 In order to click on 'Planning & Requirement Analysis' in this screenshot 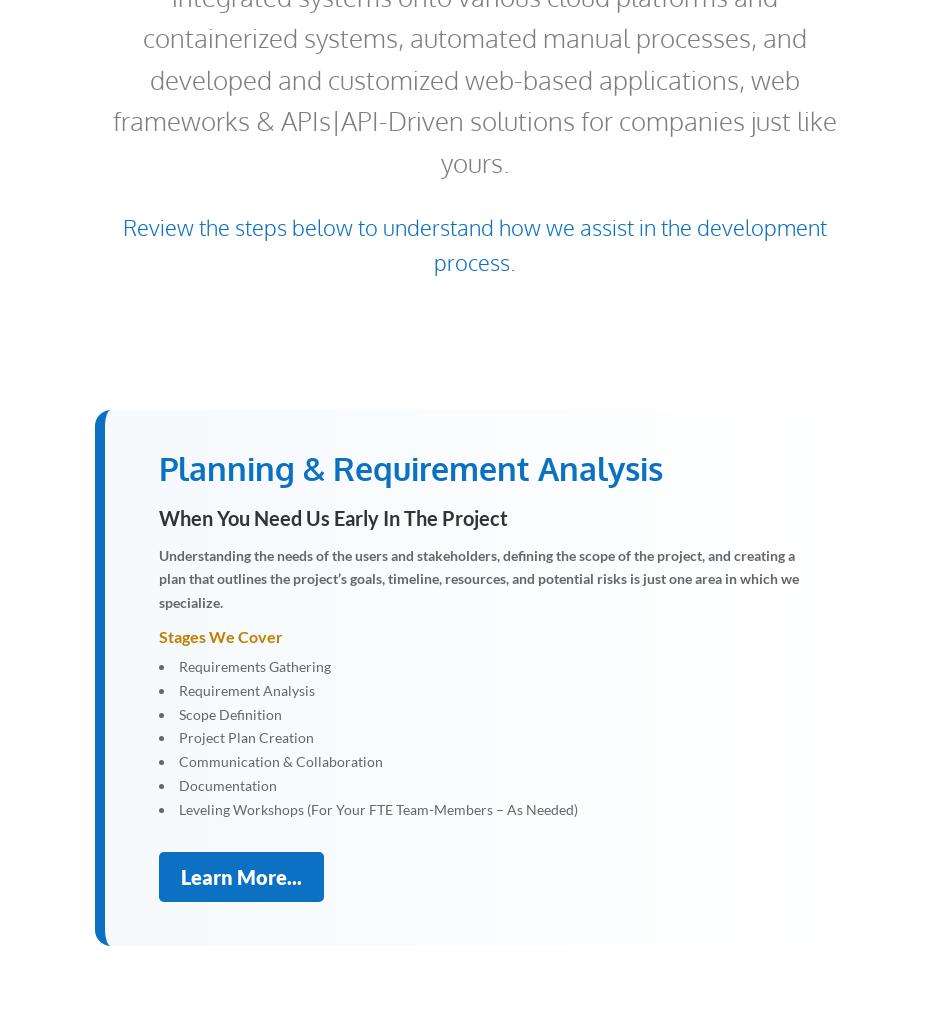, I will do `click(409, 466)`.